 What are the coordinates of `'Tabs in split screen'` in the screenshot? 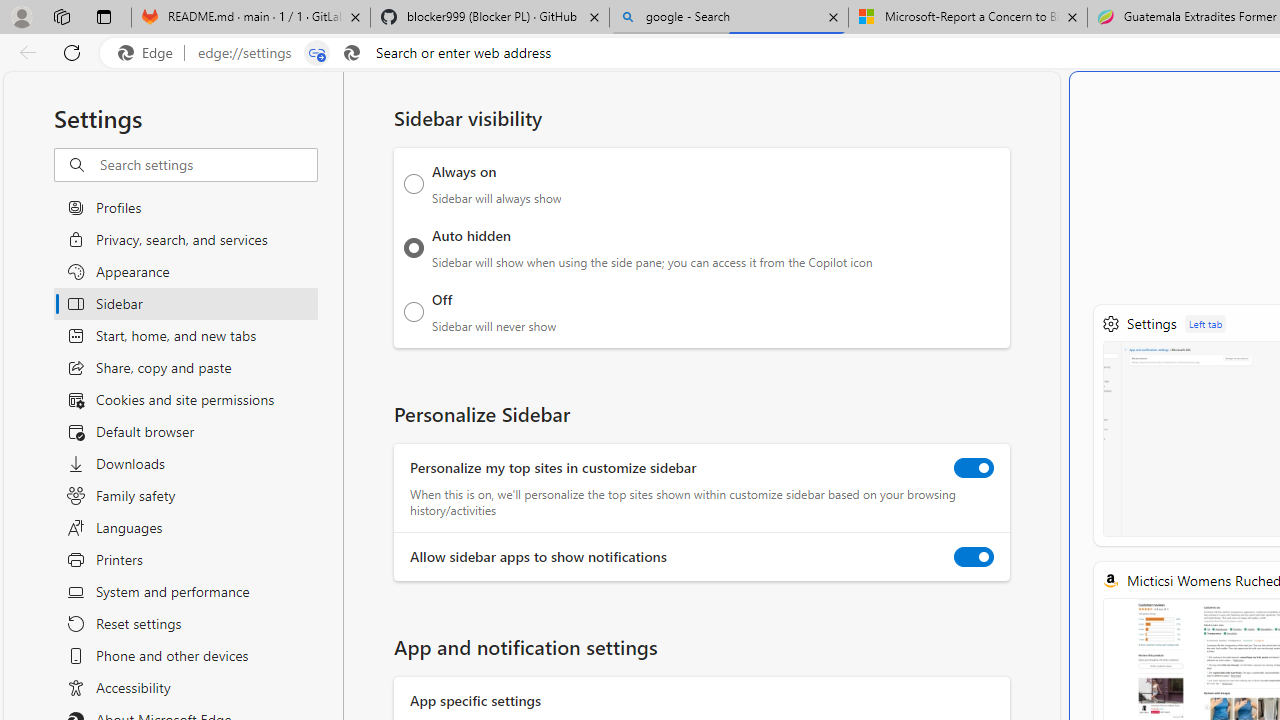 It's located at (316, 52).